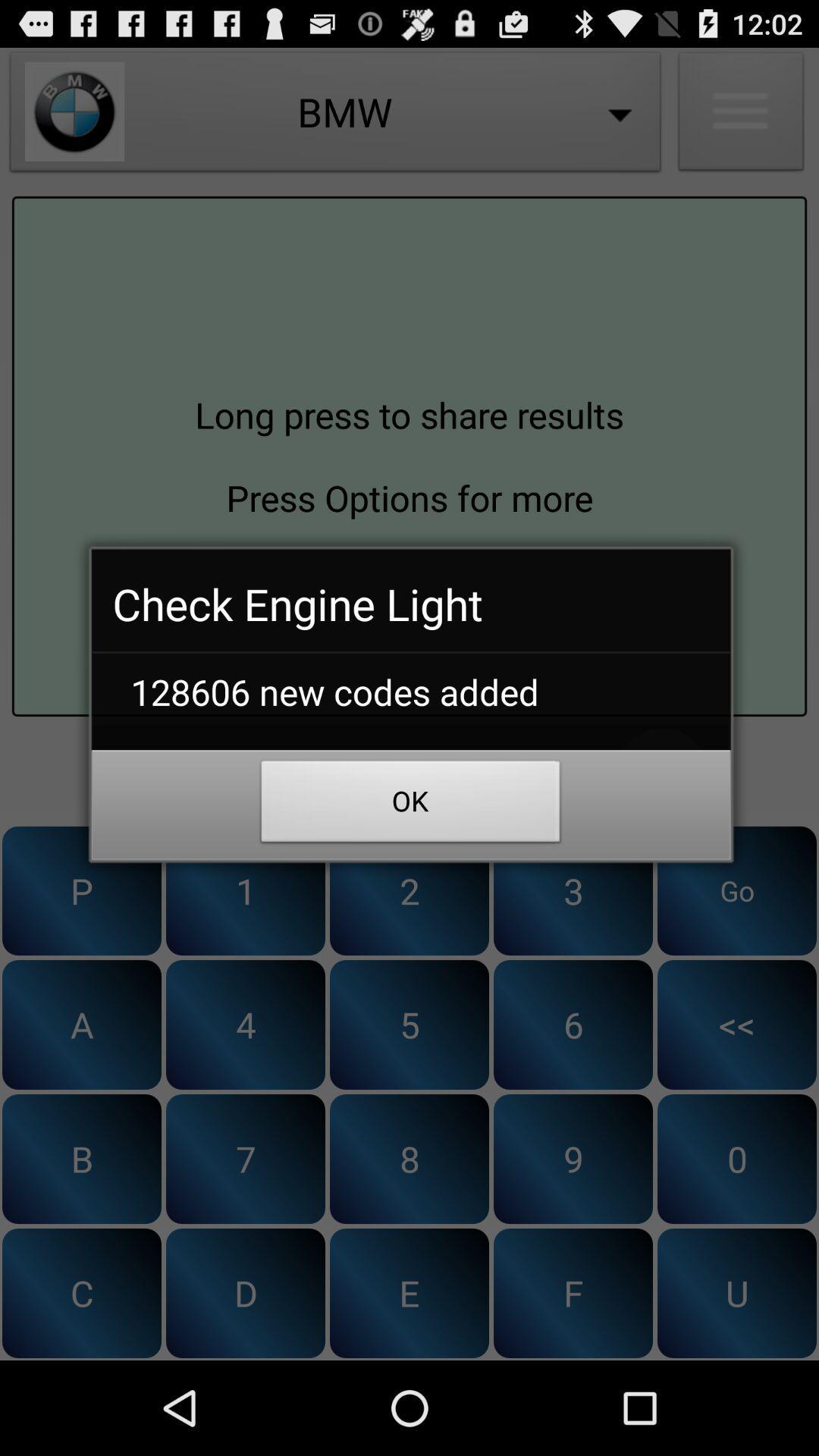 The image size is (819, 1456). Describe the element at coordinates (740, 115) in the screenshot. I see `menu` at that location.